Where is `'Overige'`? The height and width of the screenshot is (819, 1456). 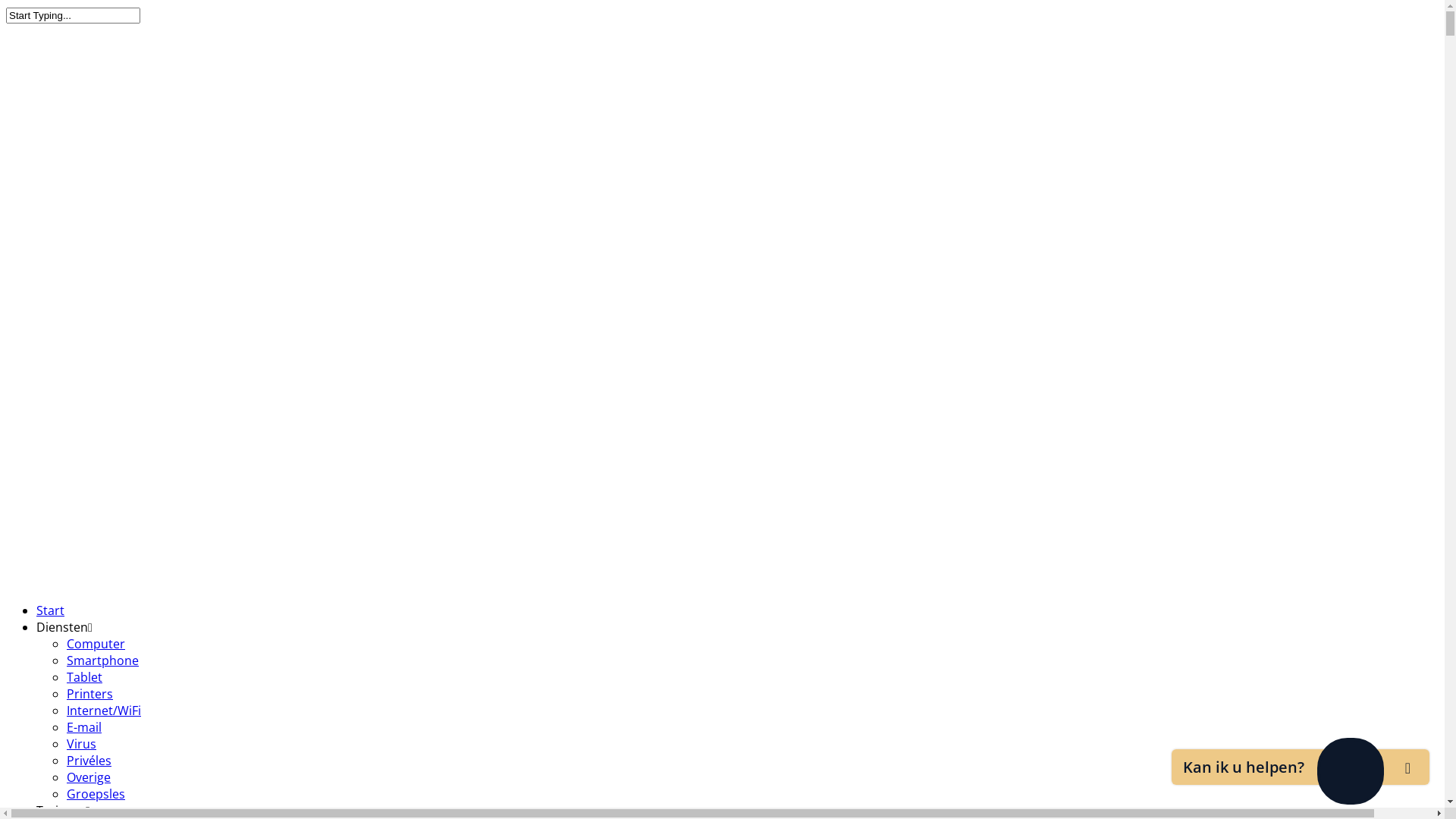 'Overige' is located at coordinates (65, 777).